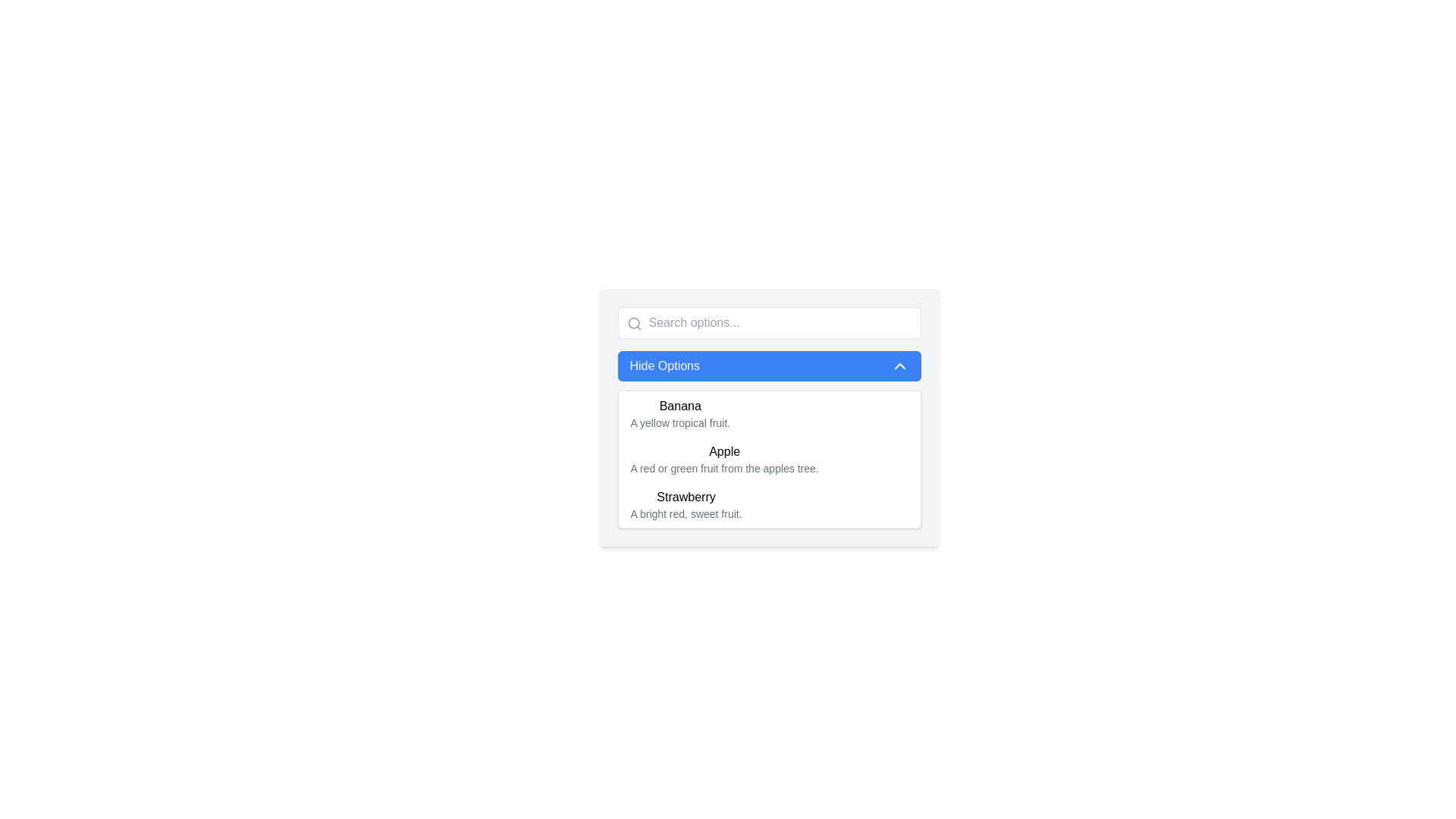 This screenshot has width=1456, height=819. I want to click on the button located beneath the search field, so click(769, 366).